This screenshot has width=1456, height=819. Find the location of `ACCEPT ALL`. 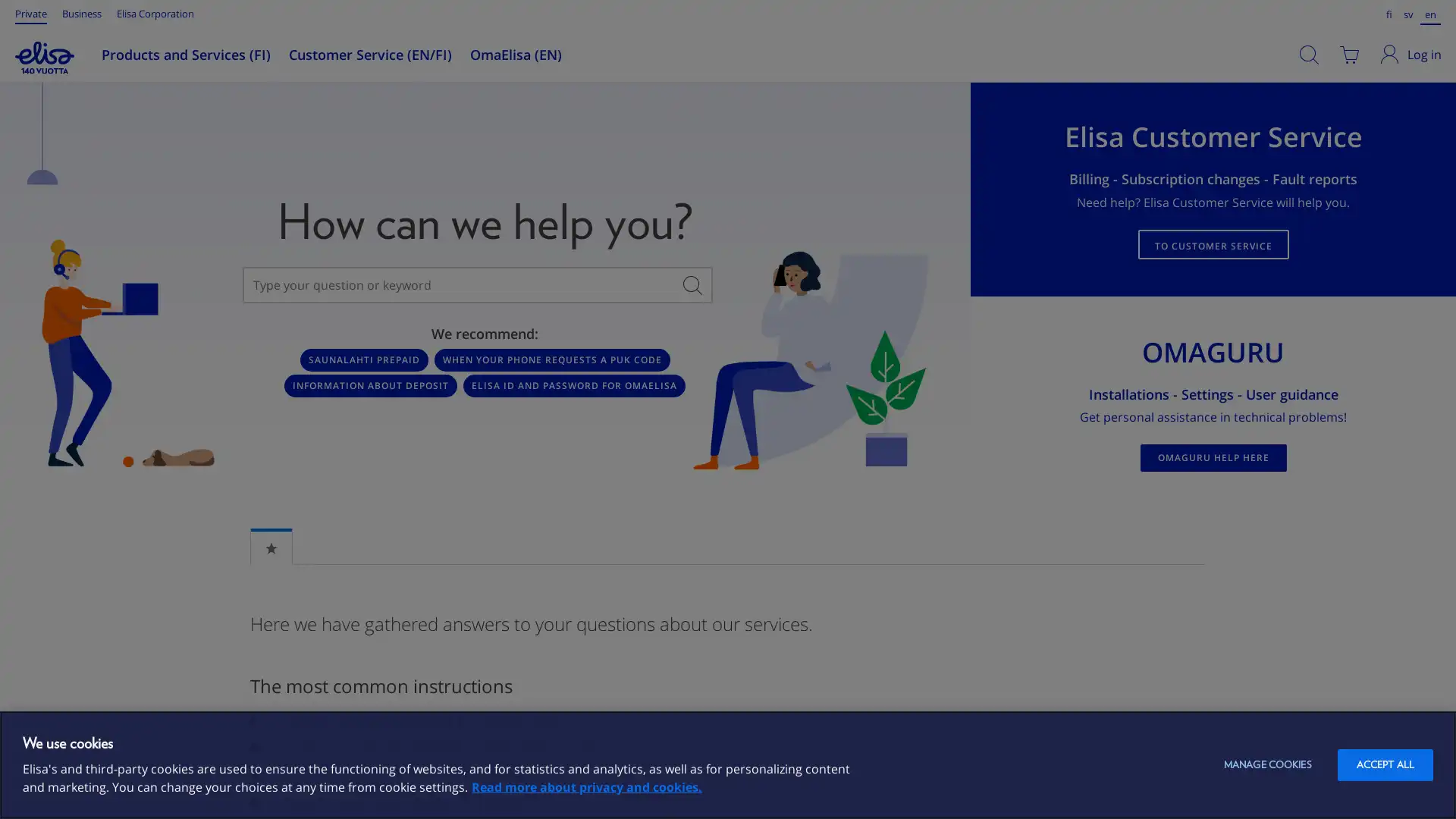

ACCEPT ALL is located at coordinates (1385, 765).